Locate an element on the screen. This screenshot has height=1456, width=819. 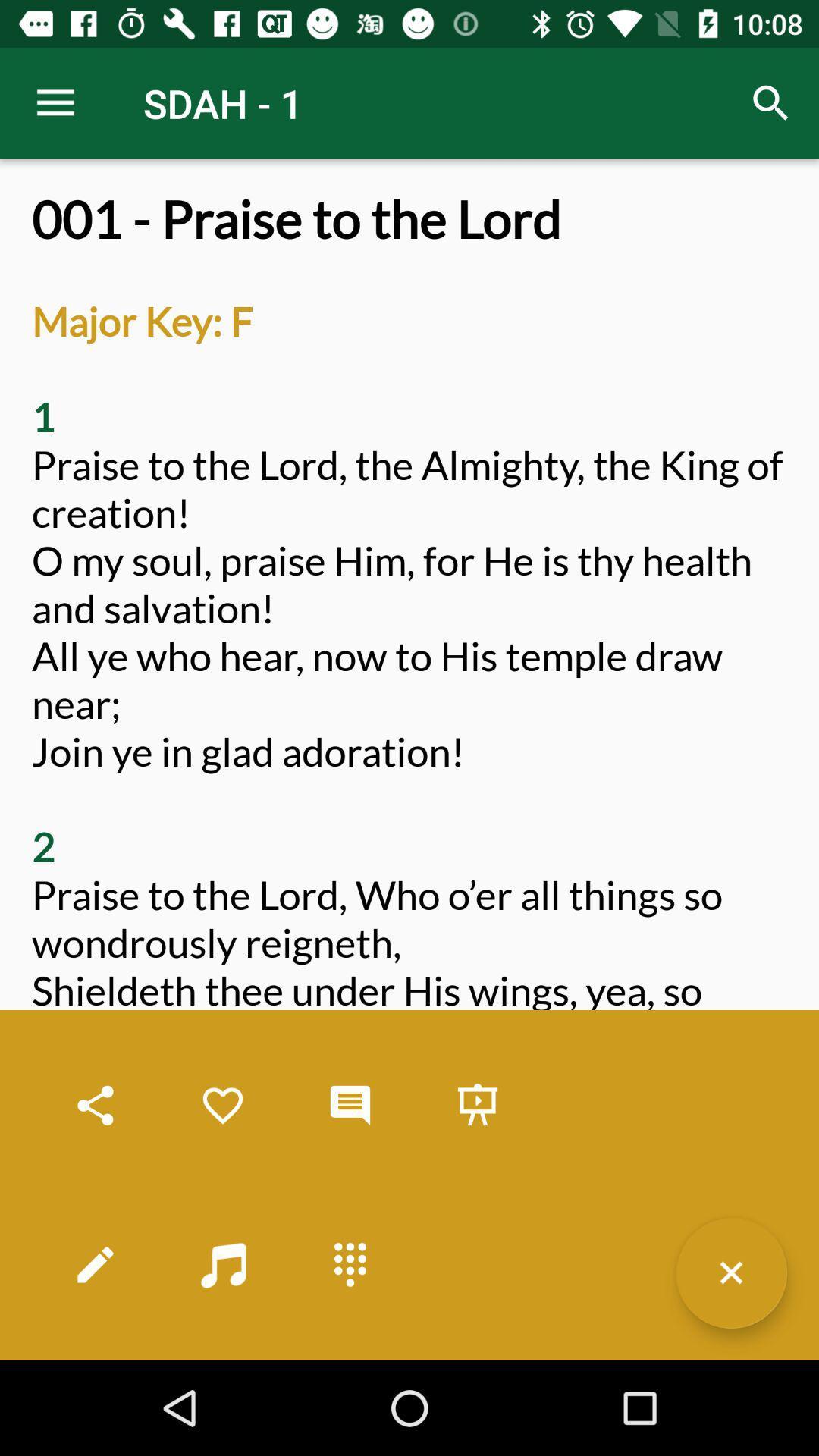
leave a comment is located at coordinates (350, 1106).